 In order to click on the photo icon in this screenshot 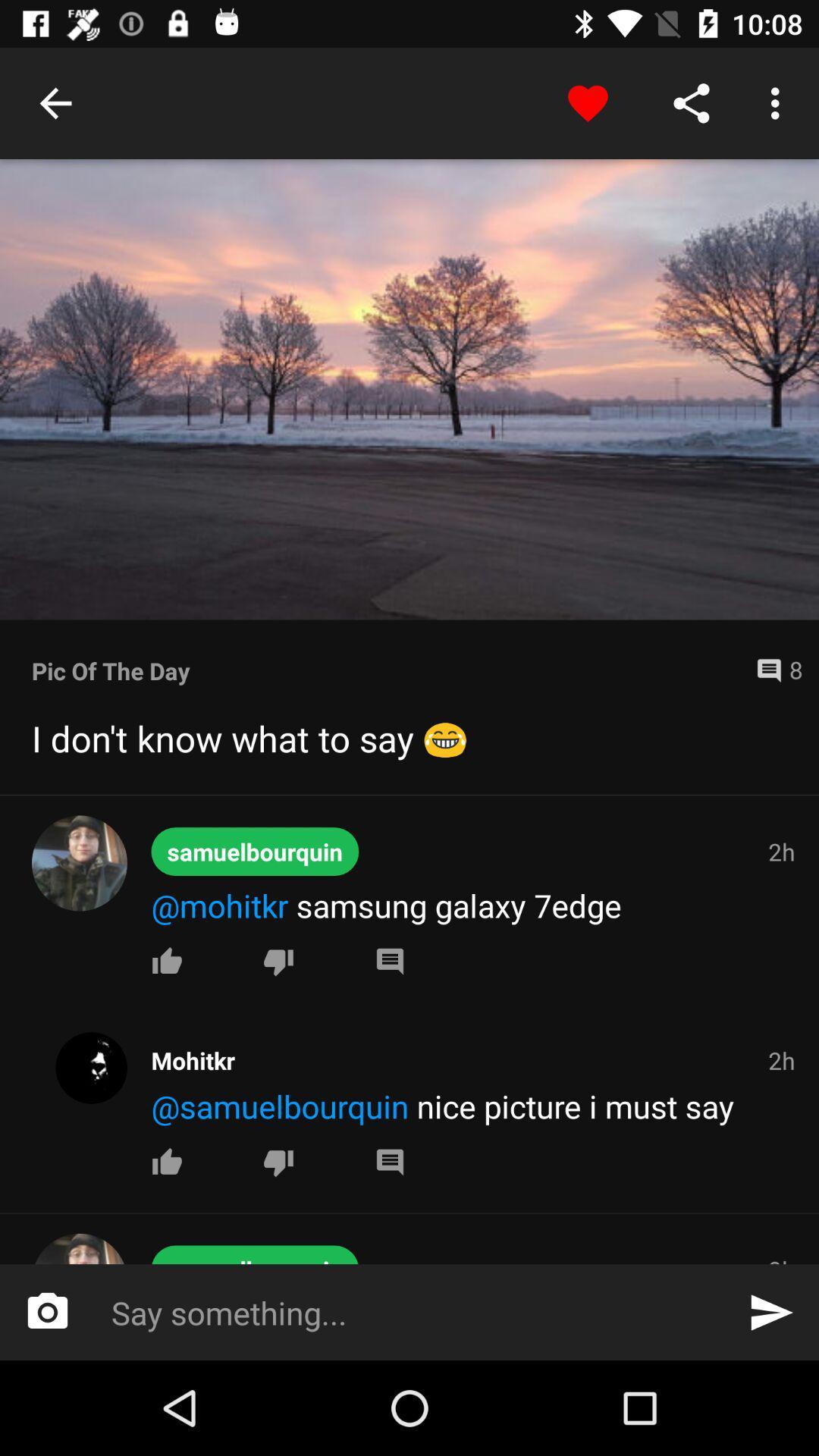, I will do `click(46, 1312)`.